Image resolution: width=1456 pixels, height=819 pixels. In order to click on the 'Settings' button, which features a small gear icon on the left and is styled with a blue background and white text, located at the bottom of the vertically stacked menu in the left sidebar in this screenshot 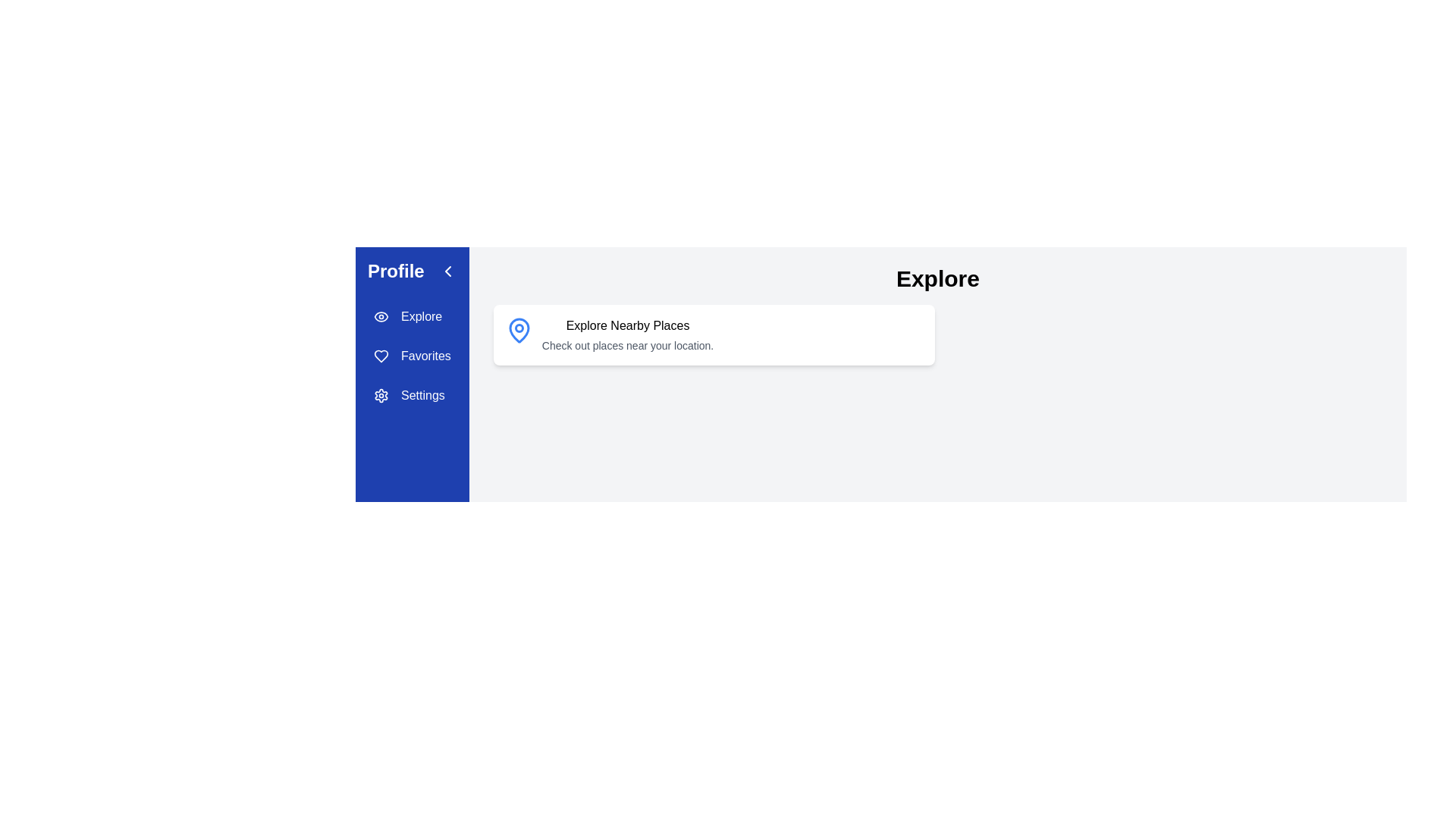, I will do `click(412, 394)`.